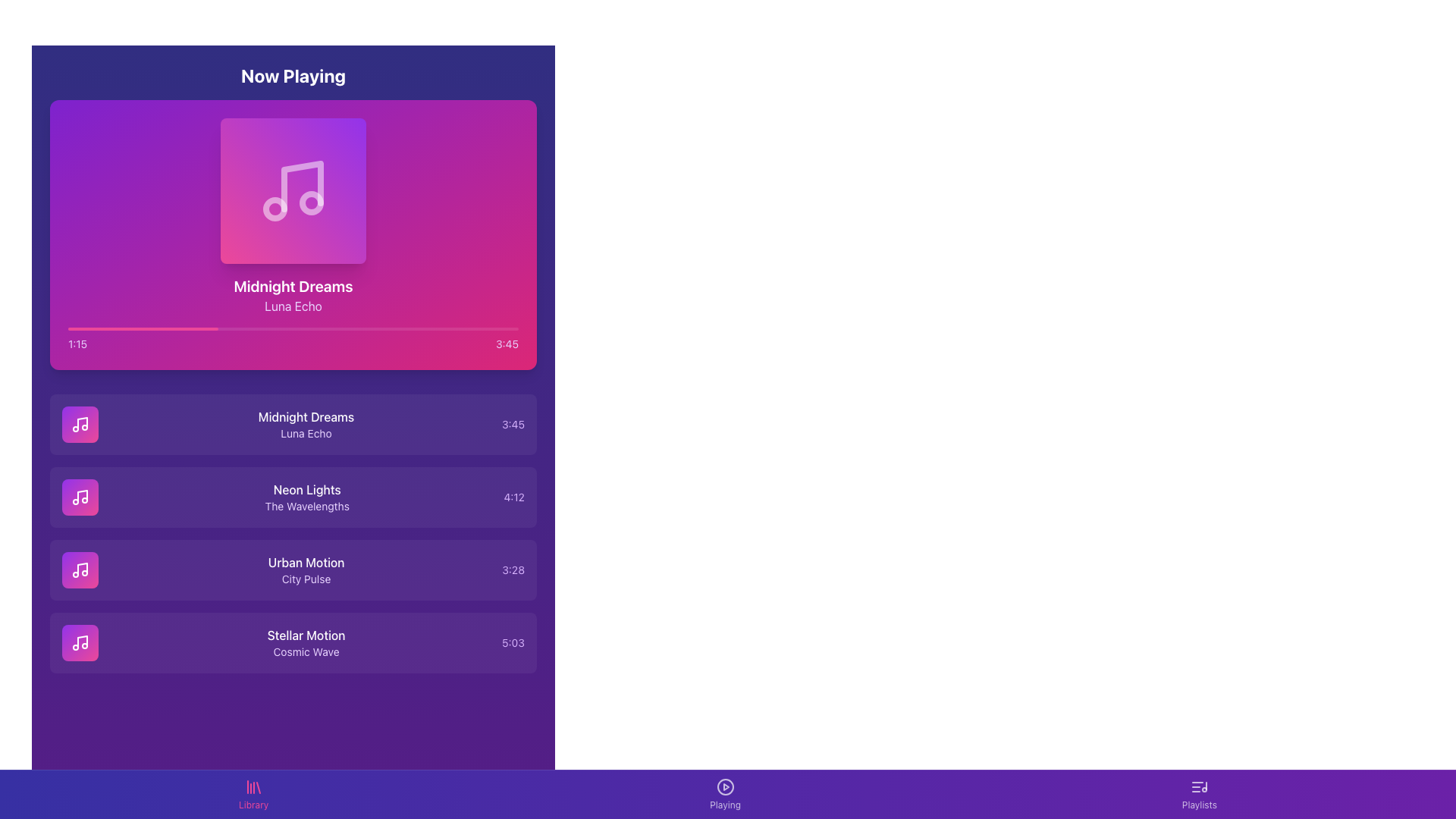 The image size is (1456, 819). What do you see at coordinates (293, 216) in the screenshot?
I see `the Media Player Section labeled 'Now Playing', which displays the current playing track details and progress indicator` at bounding box center [293, 216].